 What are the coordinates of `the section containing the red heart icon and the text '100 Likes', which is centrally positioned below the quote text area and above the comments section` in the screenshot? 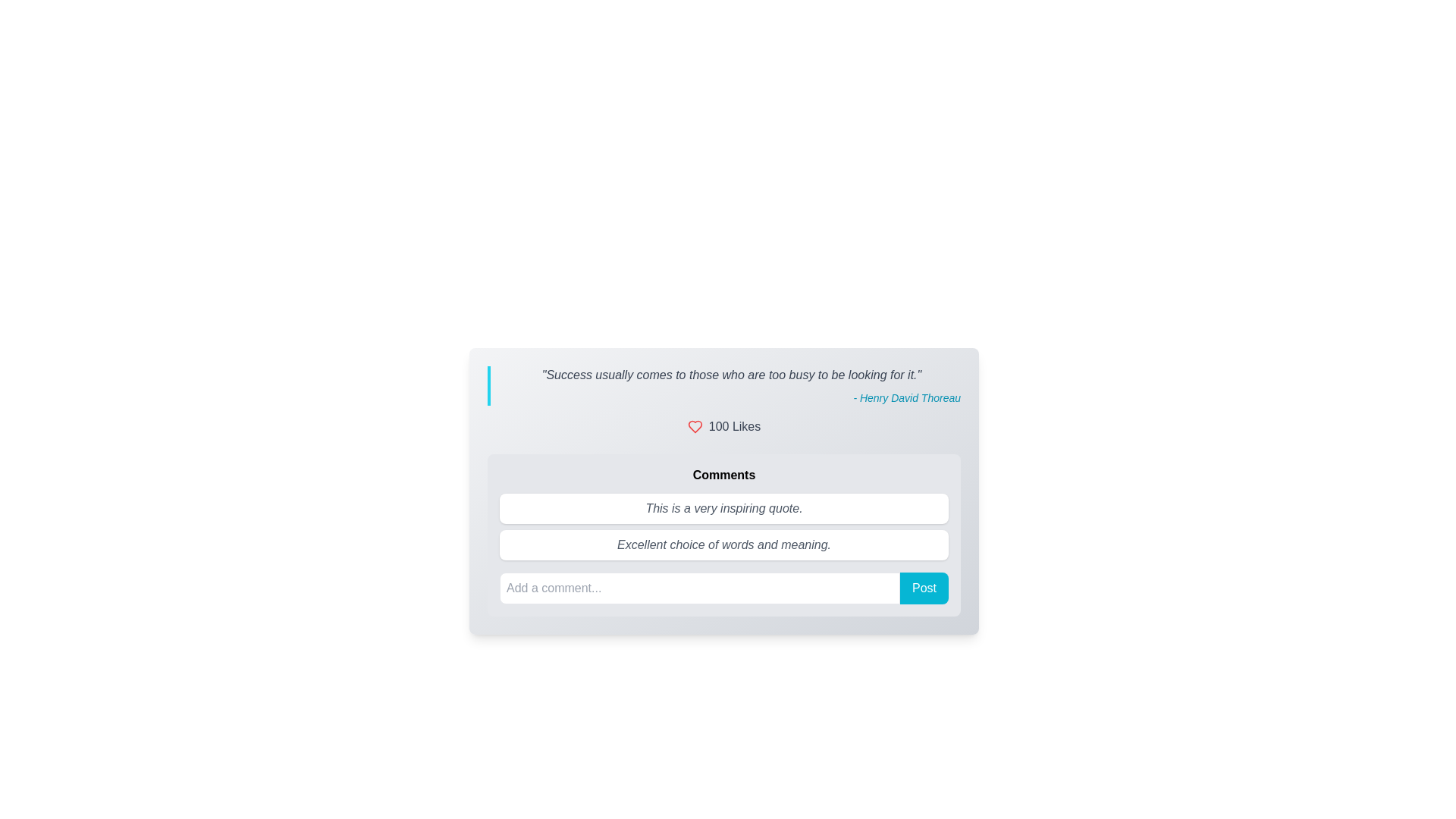 It's located at (723, 427).